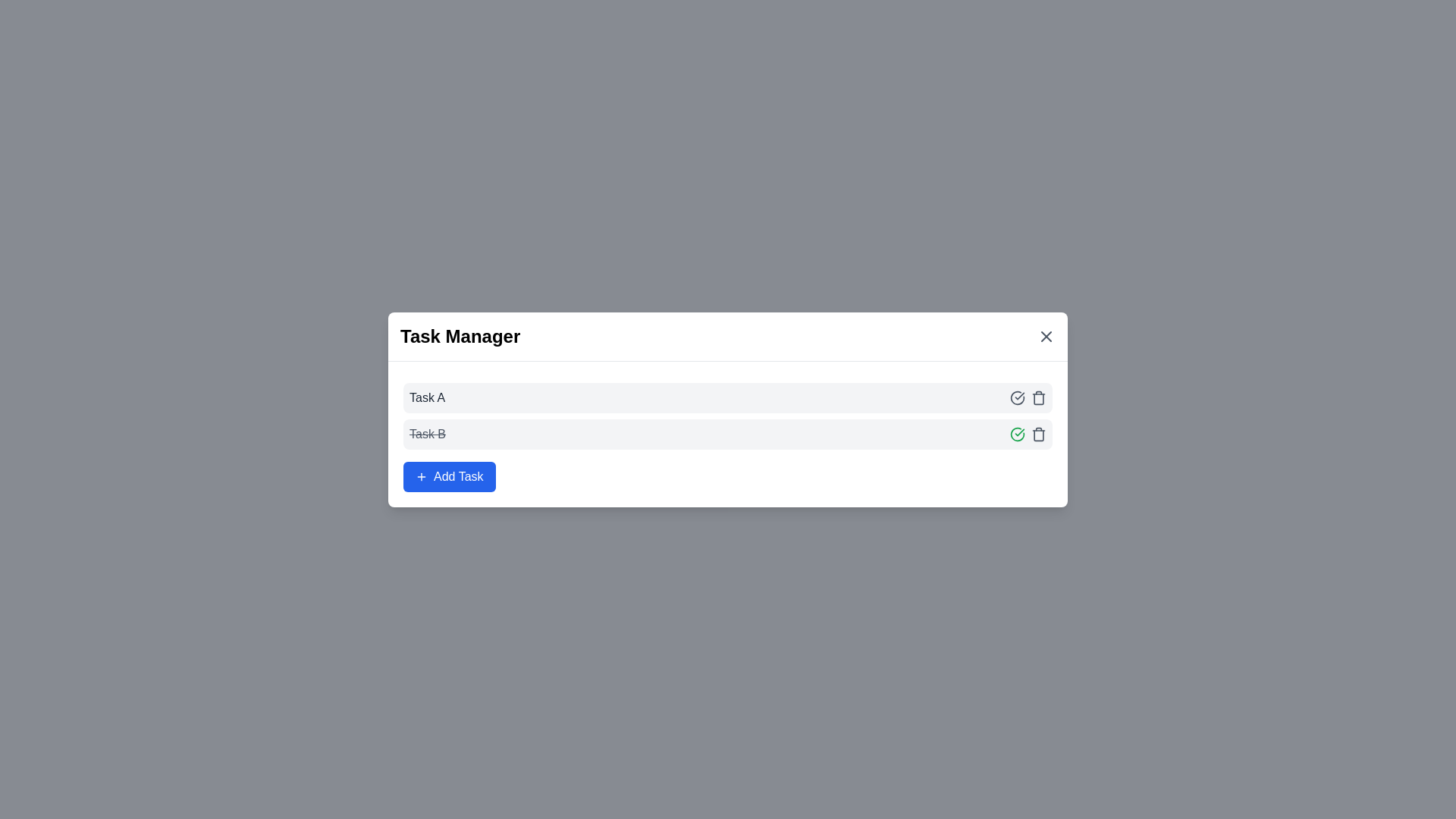  What do you see at coordinates (1046, 335) in the screenshot?
I see `the 'Close' or 'Dismiss' icon located in the top-right corner of the 'Task Manager' card` at bounding box center [1046, 335].